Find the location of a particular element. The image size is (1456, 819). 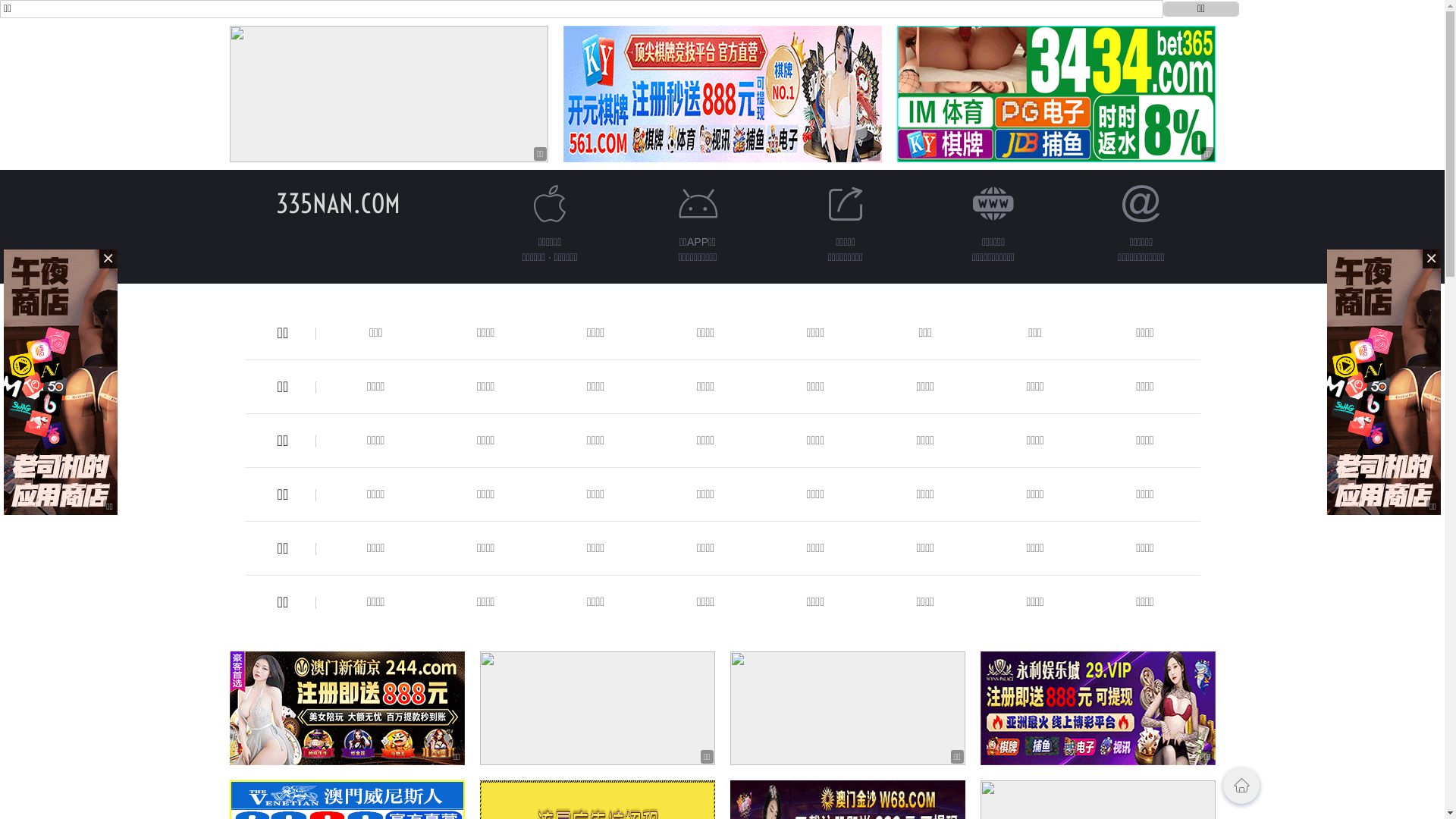

'335NAN.COM' is located at coordinates (337, 202).